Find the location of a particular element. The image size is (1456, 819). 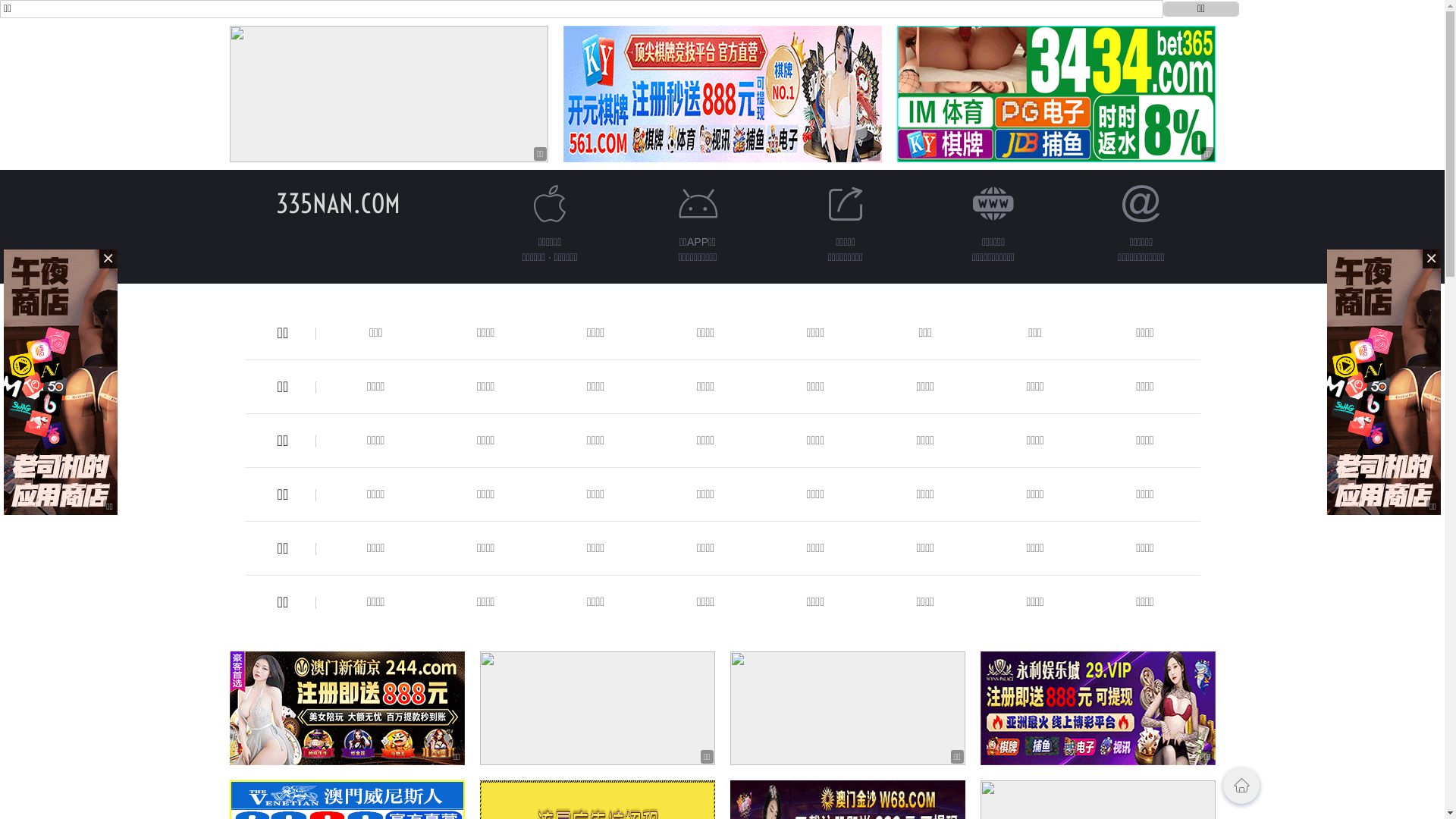

'335NAN.COM' is located at coordinates (337, 202).